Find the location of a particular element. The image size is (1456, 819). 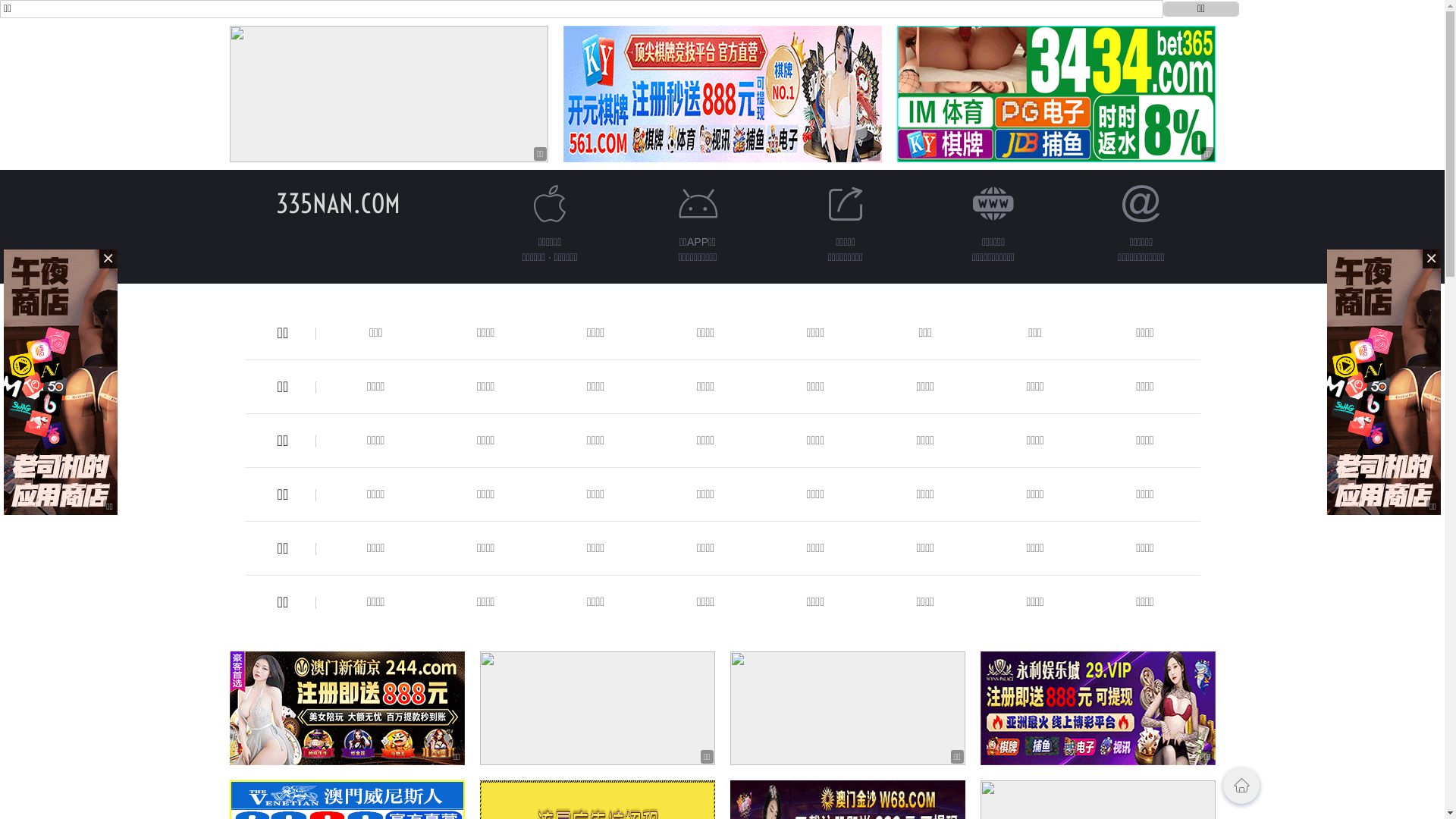

'335NAN.COM' is located at coordinates (337, 202).